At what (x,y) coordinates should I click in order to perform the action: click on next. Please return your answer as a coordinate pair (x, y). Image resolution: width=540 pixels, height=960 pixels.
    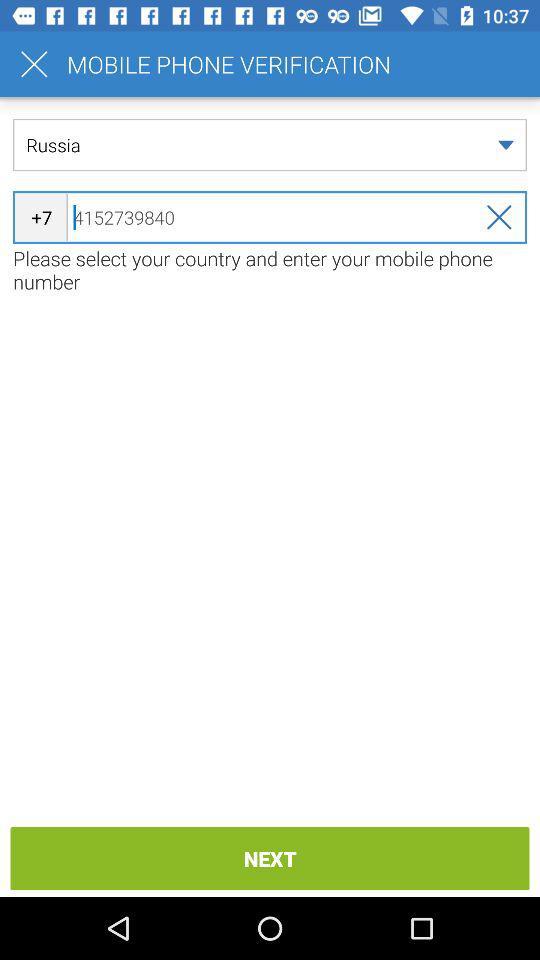
    Looking at the image, I should click on (270, 857).